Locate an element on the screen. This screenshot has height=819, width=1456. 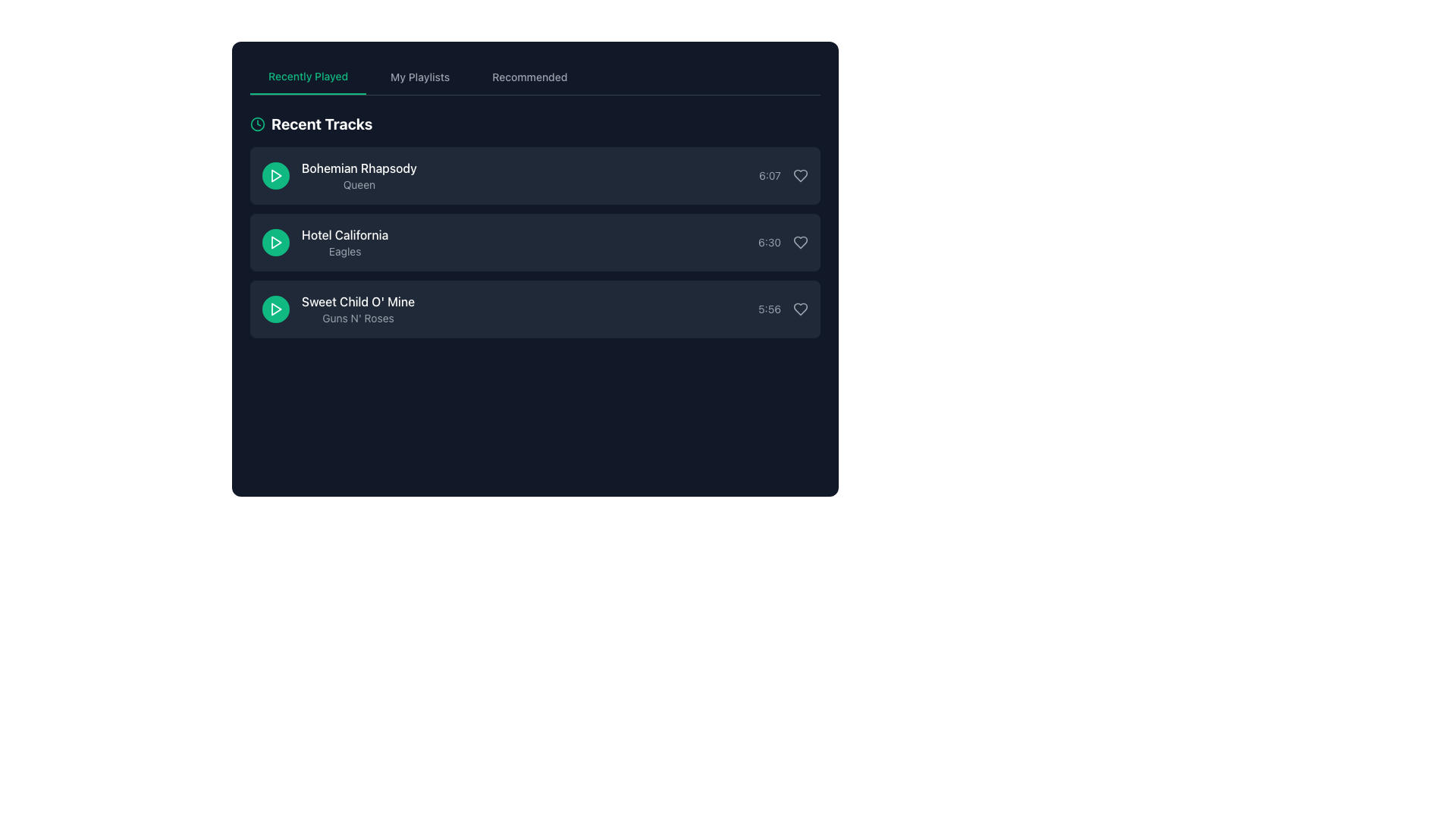
the Interactive play button icon for 'Hotel California' by 'Eagles' is located at coordinates (276, 242).